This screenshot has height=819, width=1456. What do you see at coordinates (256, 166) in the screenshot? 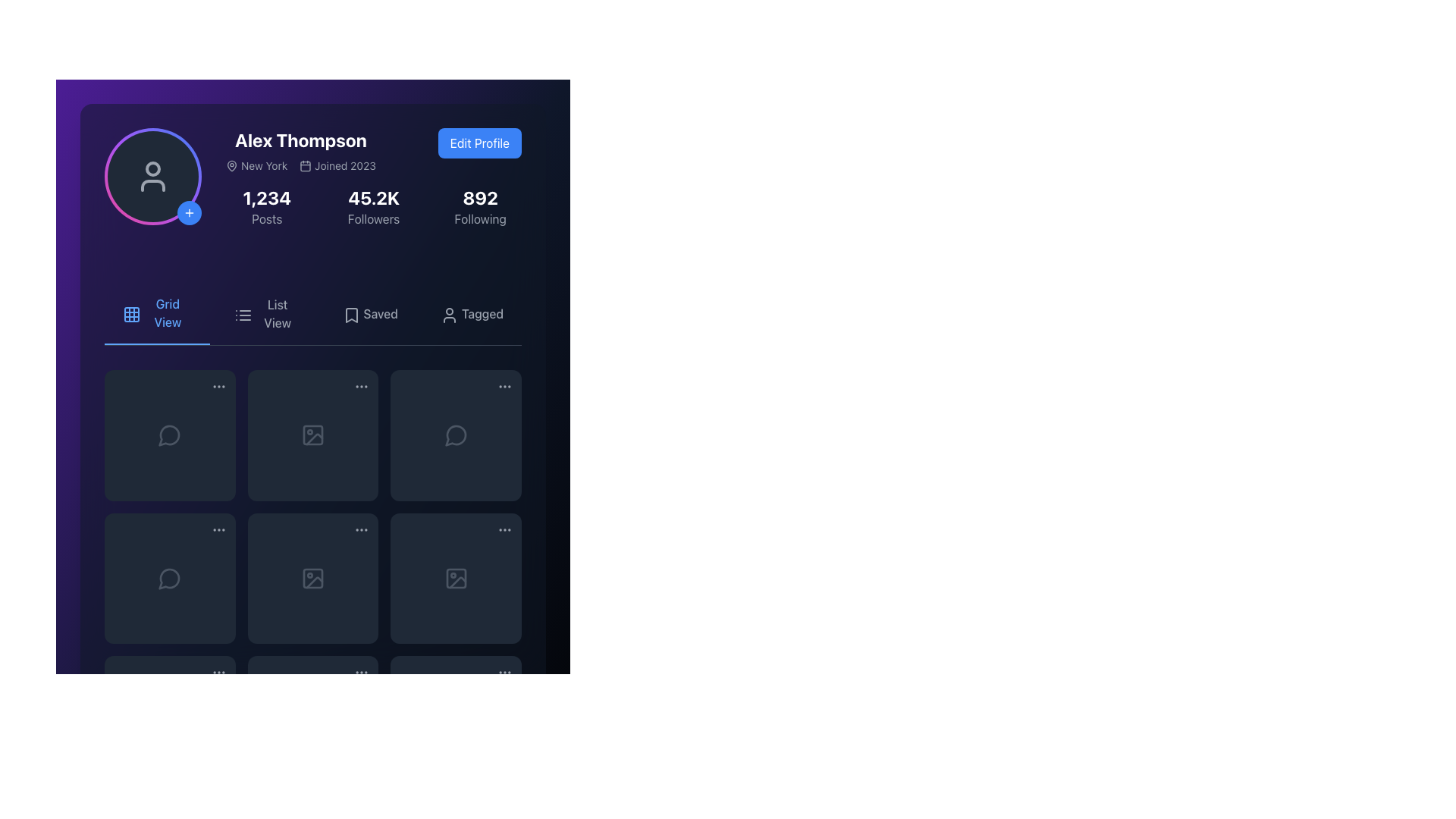
I see `the 'New York' text label with the pin icon located in the header section, to the left of 'Joined 2023' and beneath the username 'Alex Thompson'` at bounding box center [256, 166].